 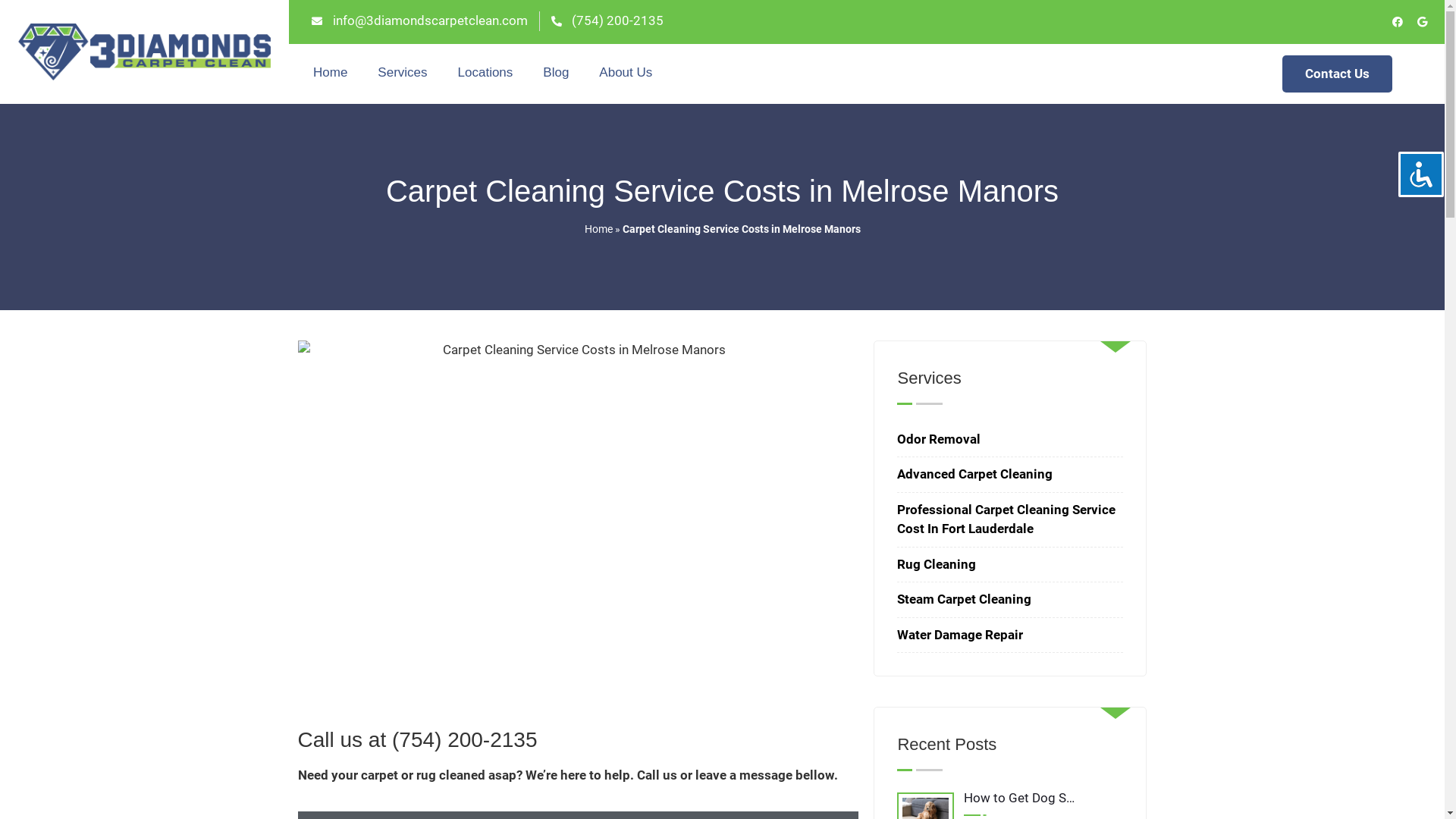 What do you see at coordinates (485, 73) in the screenshot?
I see `'Locations'` at bounding box center [485, 73].